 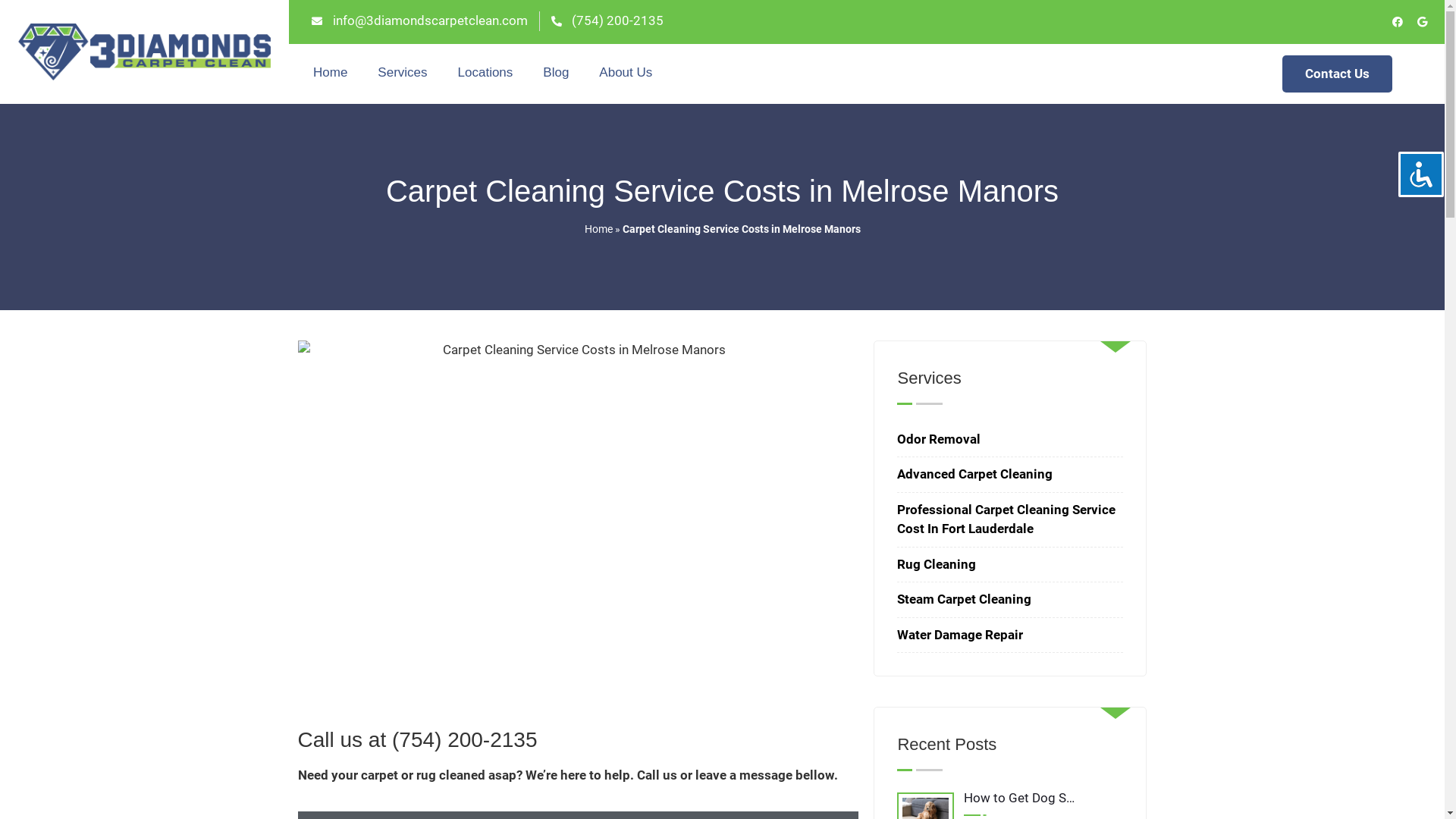 What do you see at coordinates (485, 73) in the screenshot?
I see `'Locations'` at bounding box center [485, 73].